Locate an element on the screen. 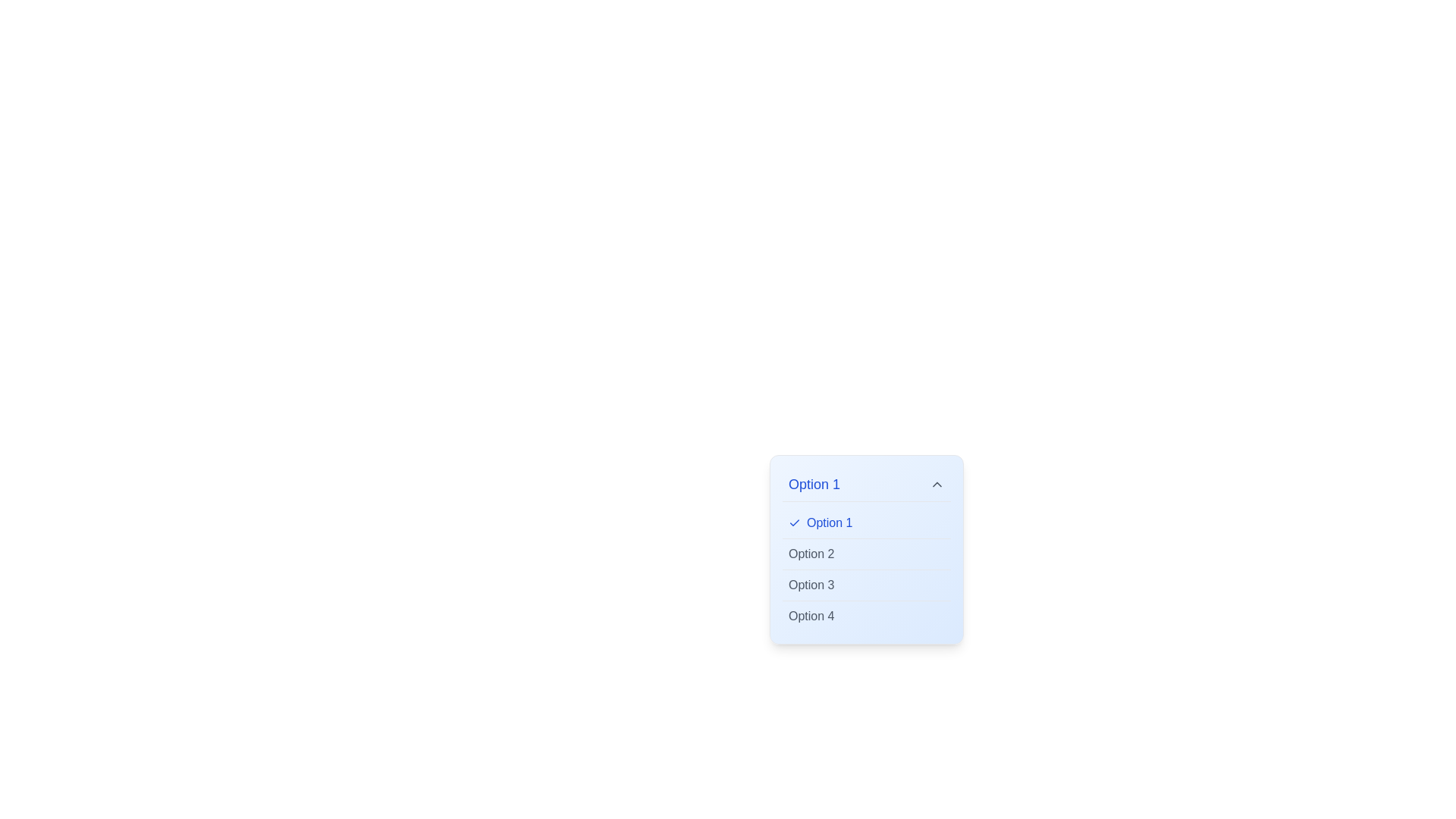 Image resolution: width=1456 pixels, height=819 pixels. the small blue checkmark icon located to the left of the text 'Option 1' in the selectable row is located at coordinates (793, 522).